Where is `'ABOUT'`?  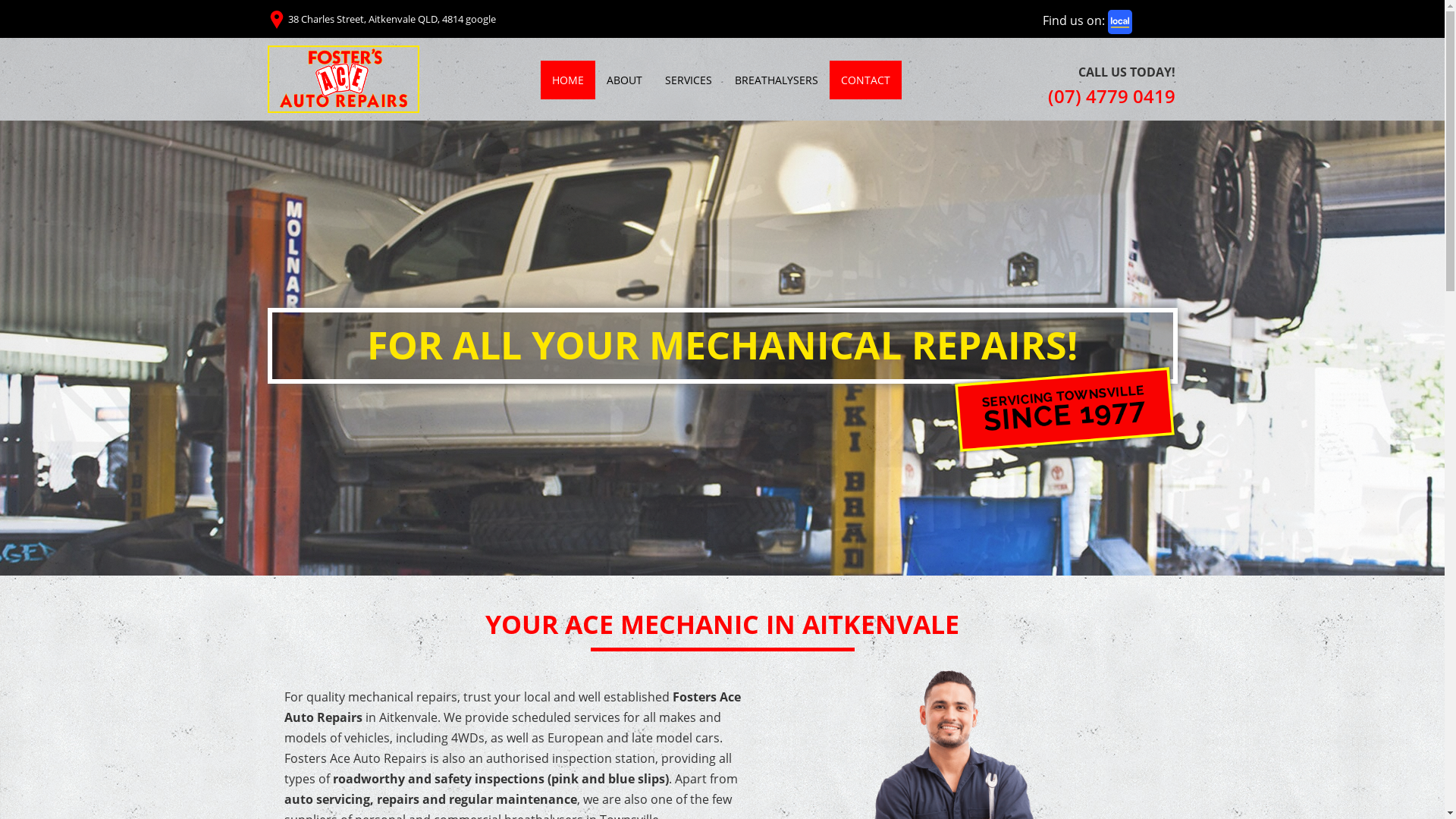 'ABOUT' is located at coordinates (593, 80).